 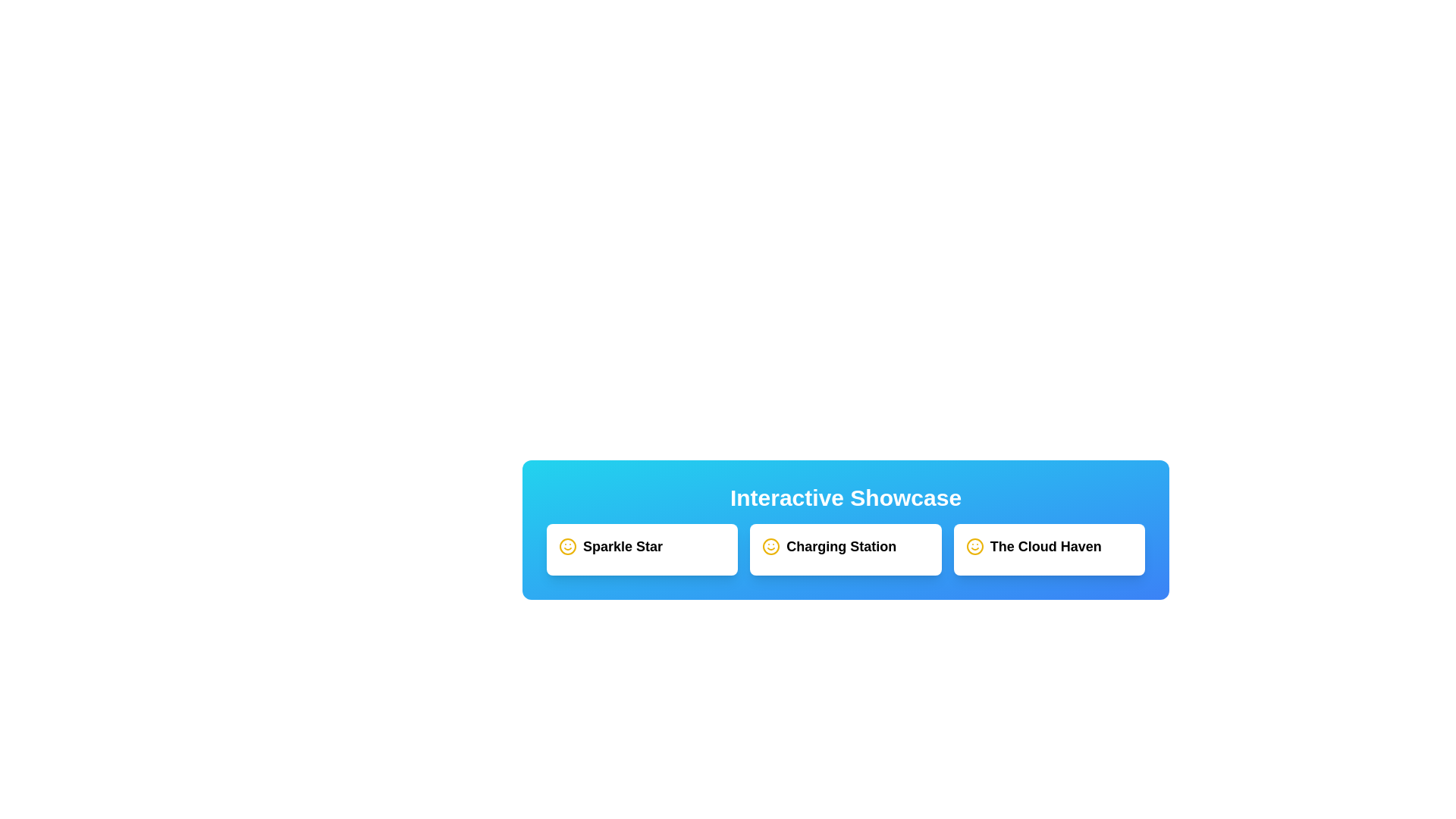 What do you see at coordinates (974, 547) in the screenshot?
I see `the decorative icon for 'The Cloud Haven' section, which is located on the left side of the label in the rightmost box of the 'Interactive Showcase' section` at bounding box center [974, 547].